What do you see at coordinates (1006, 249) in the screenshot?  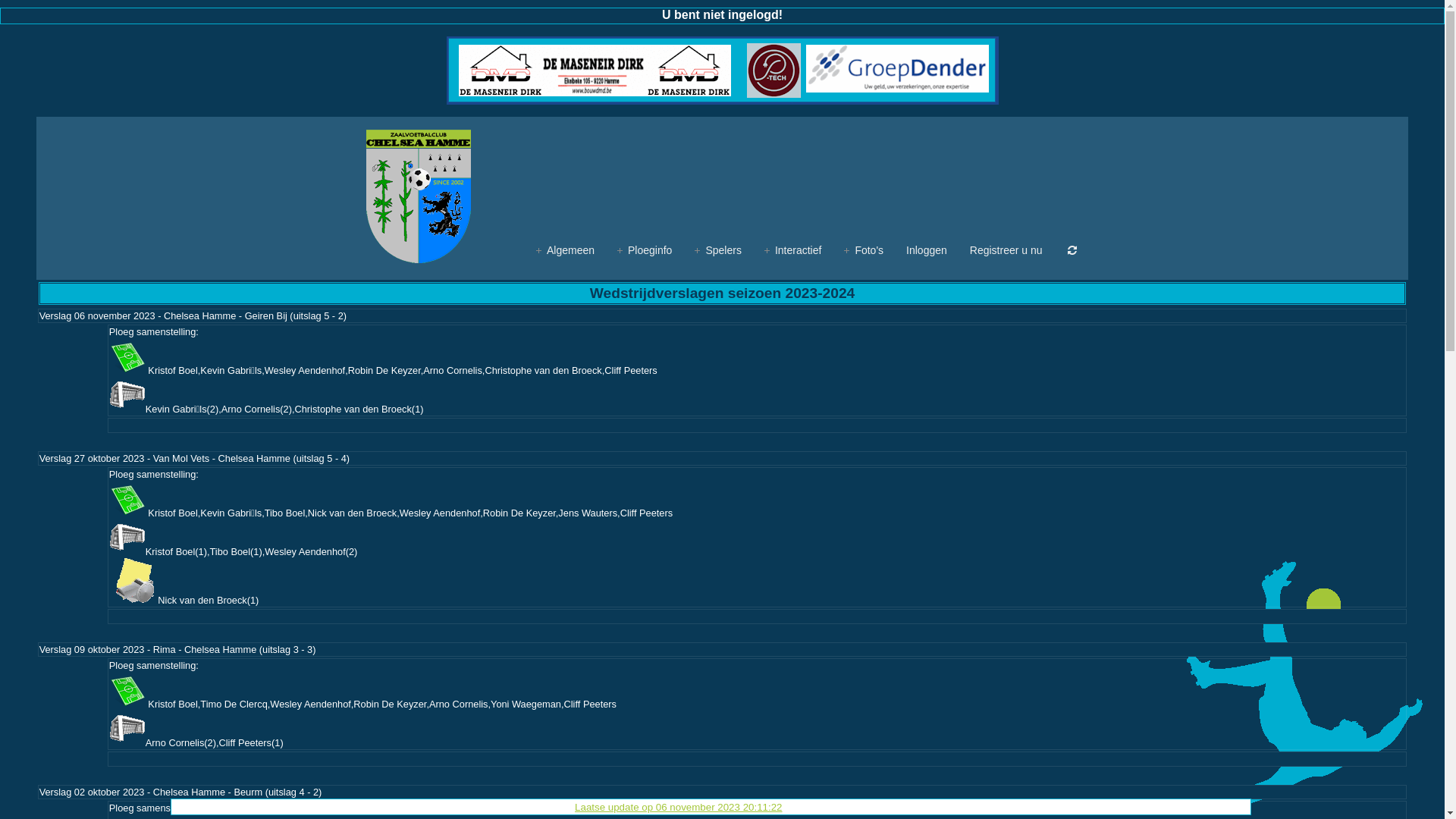 I see `'Registreer u nu'` at bounding box center [1006, 249].